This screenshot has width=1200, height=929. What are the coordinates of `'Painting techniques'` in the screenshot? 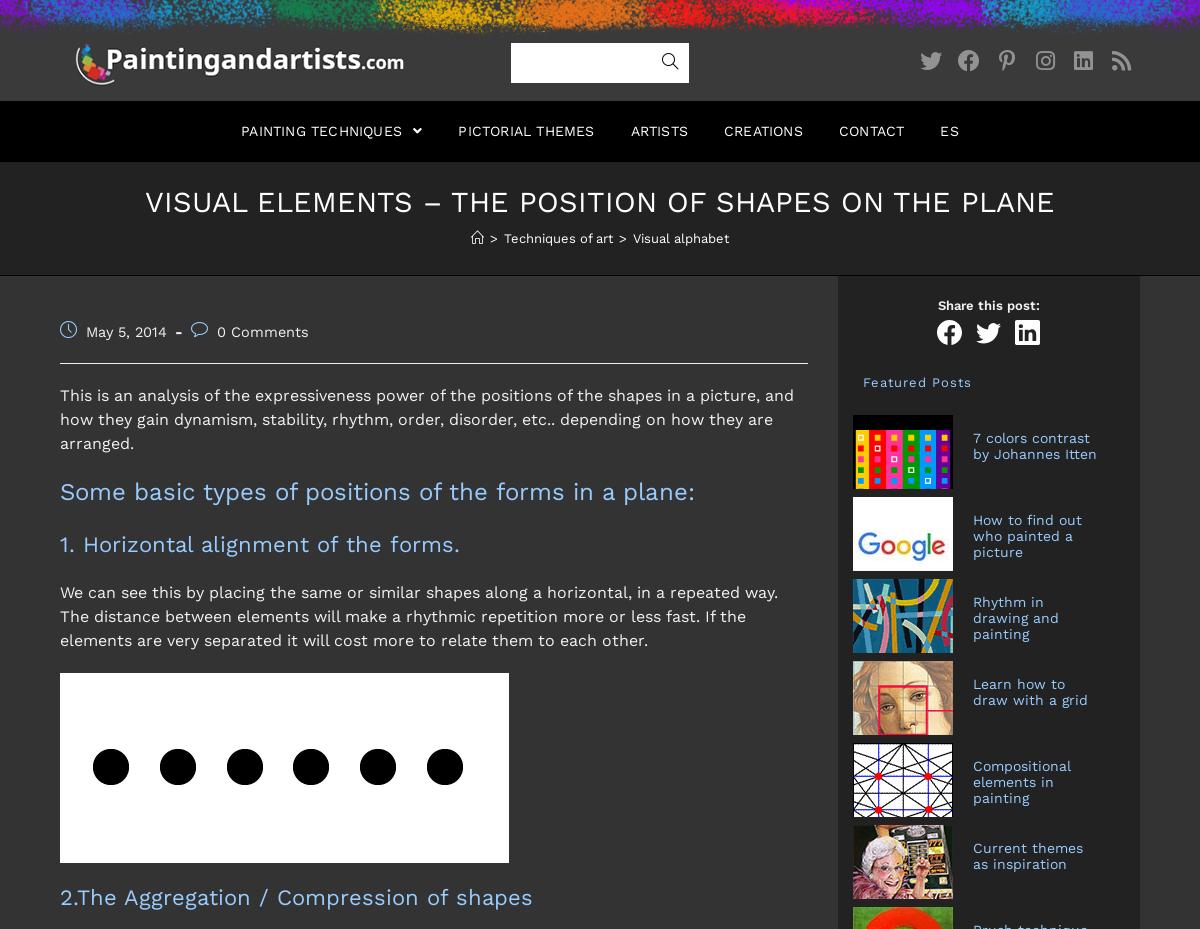 It's located at (324, 130).